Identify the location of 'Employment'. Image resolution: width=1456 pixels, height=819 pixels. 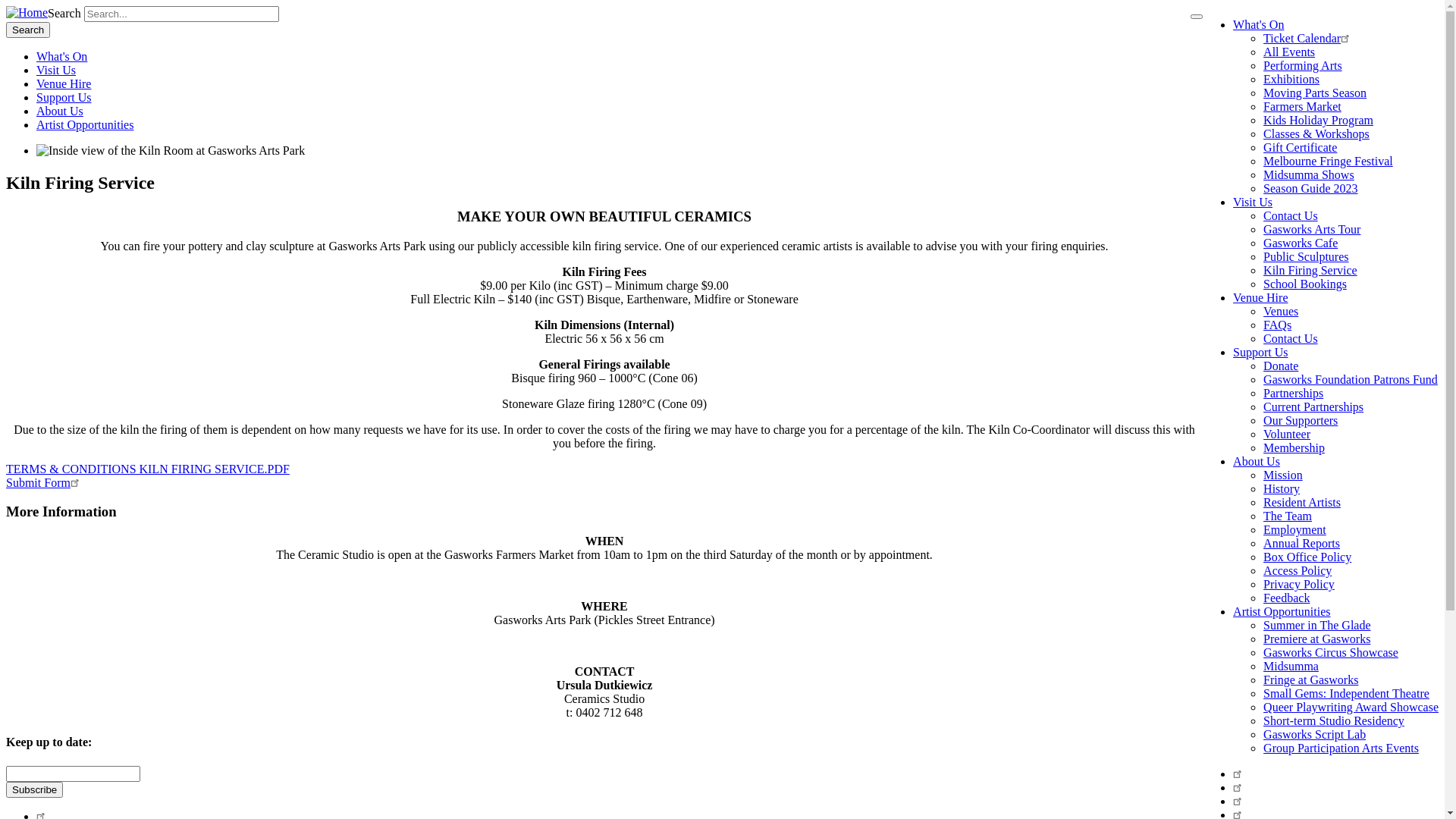
(1294, 529).